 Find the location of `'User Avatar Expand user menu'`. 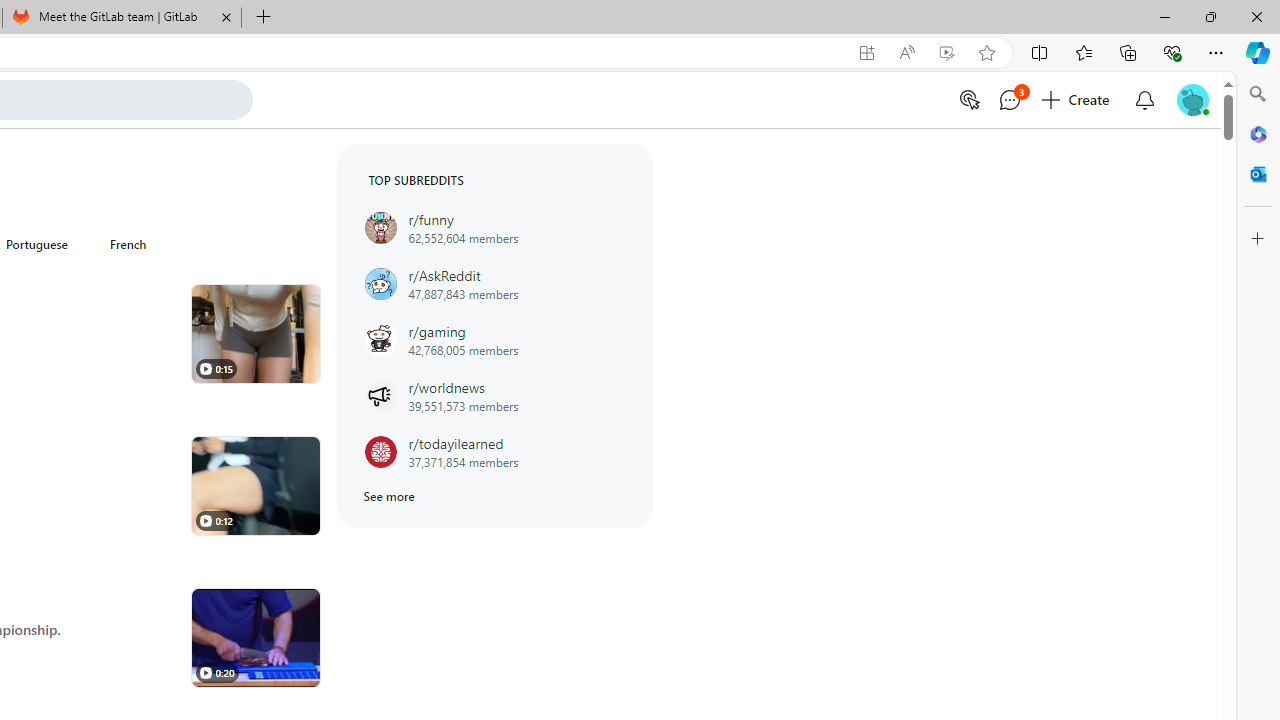

'User Avatar Expand user menu' is located at coordinates (1192, 99).